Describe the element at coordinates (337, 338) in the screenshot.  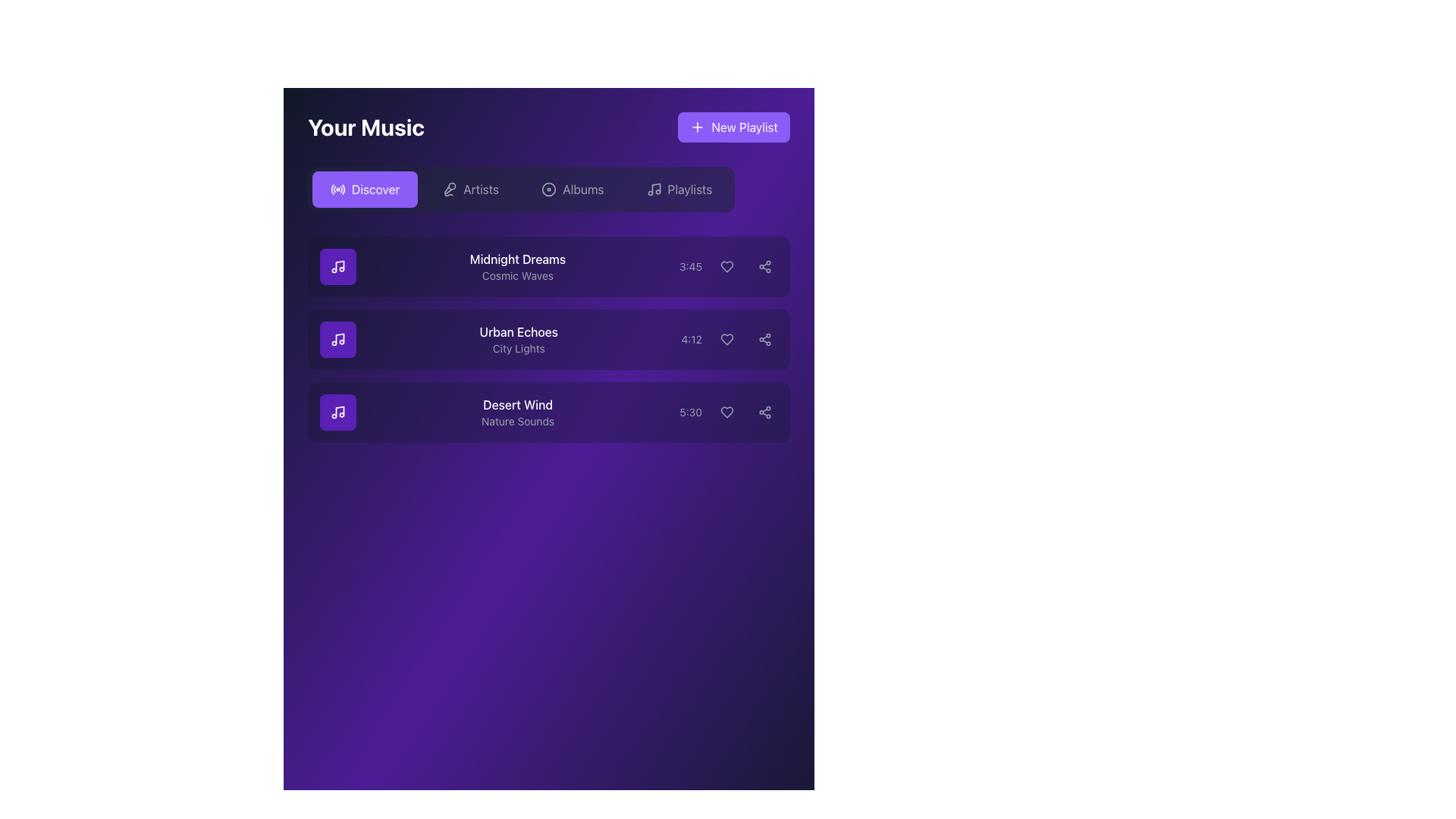
I see `the music-related icon located to the left of the text 'Urban Echoes' in the second music card of the playlist display` at that location.